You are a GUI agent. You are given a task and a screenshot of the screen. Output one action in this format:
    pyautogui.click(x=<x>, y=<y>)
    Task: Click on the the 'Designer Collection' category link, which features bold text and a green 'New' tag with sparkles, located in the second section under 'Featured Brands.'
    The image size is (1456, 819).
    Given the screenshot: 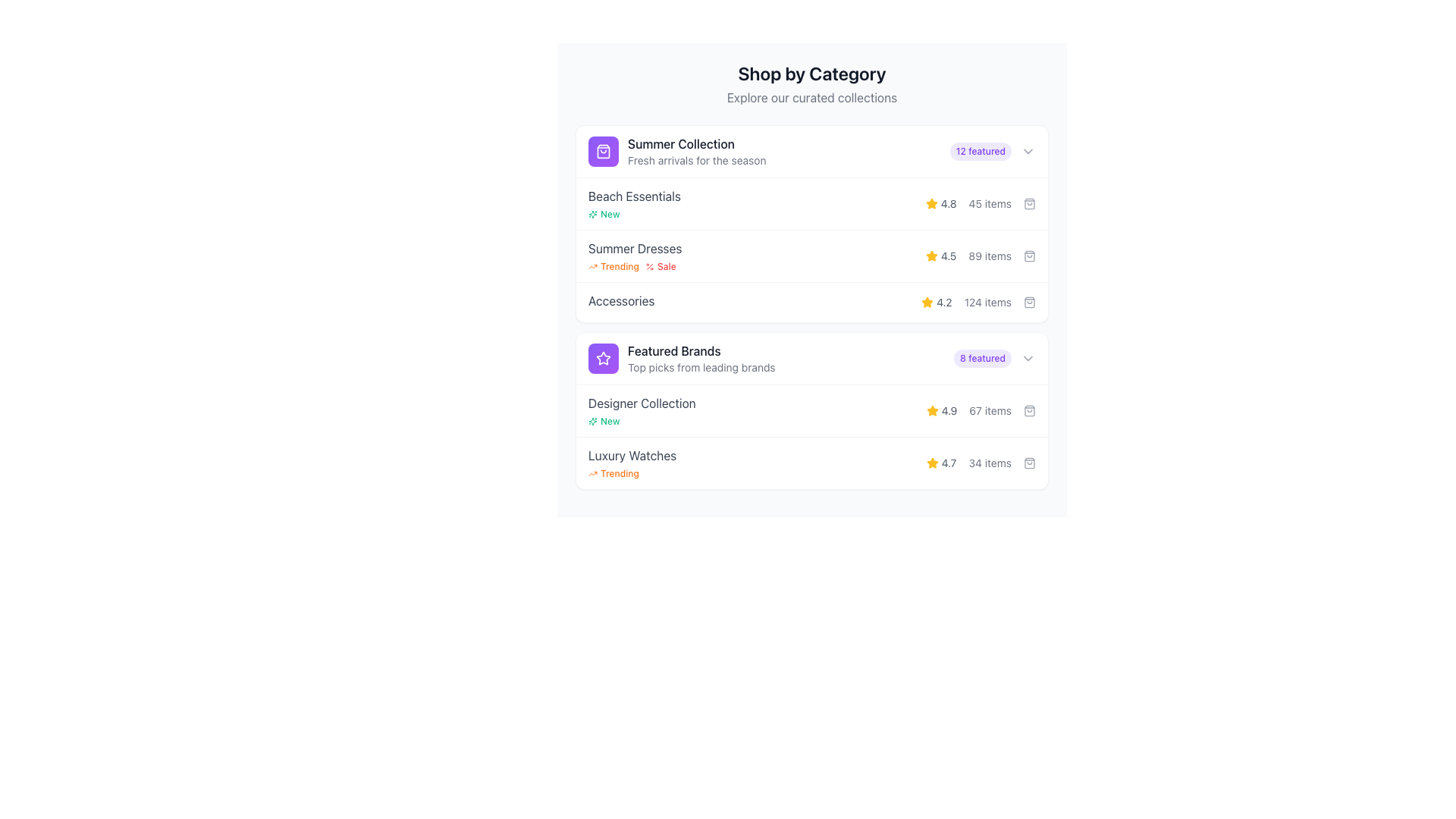 What is the action you would take?
    pyautogui.click(x=642, y=411)
    